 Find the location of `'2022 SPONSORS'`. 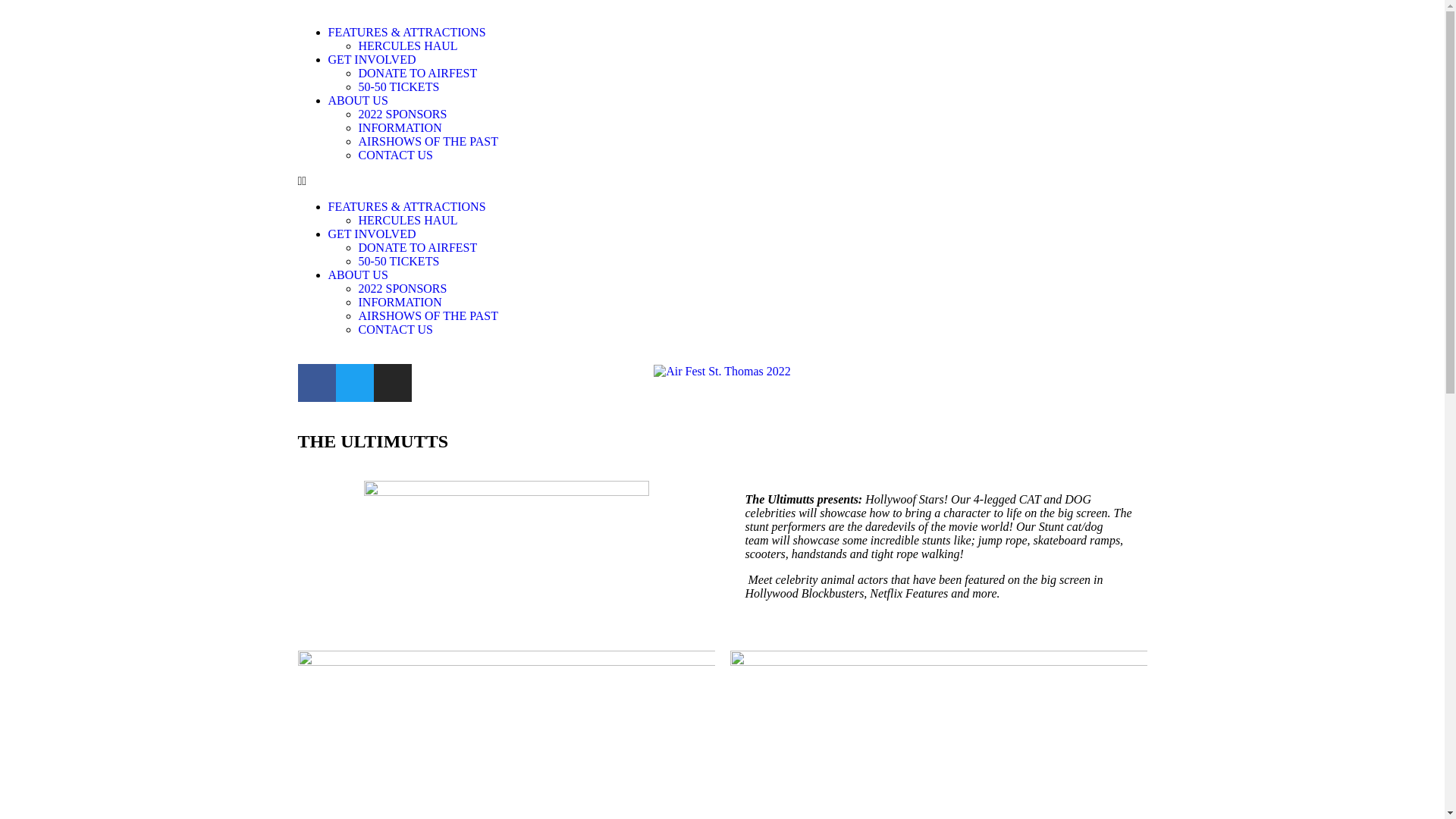

'2022 SPONSORS' is located at coordinates (402, 288).